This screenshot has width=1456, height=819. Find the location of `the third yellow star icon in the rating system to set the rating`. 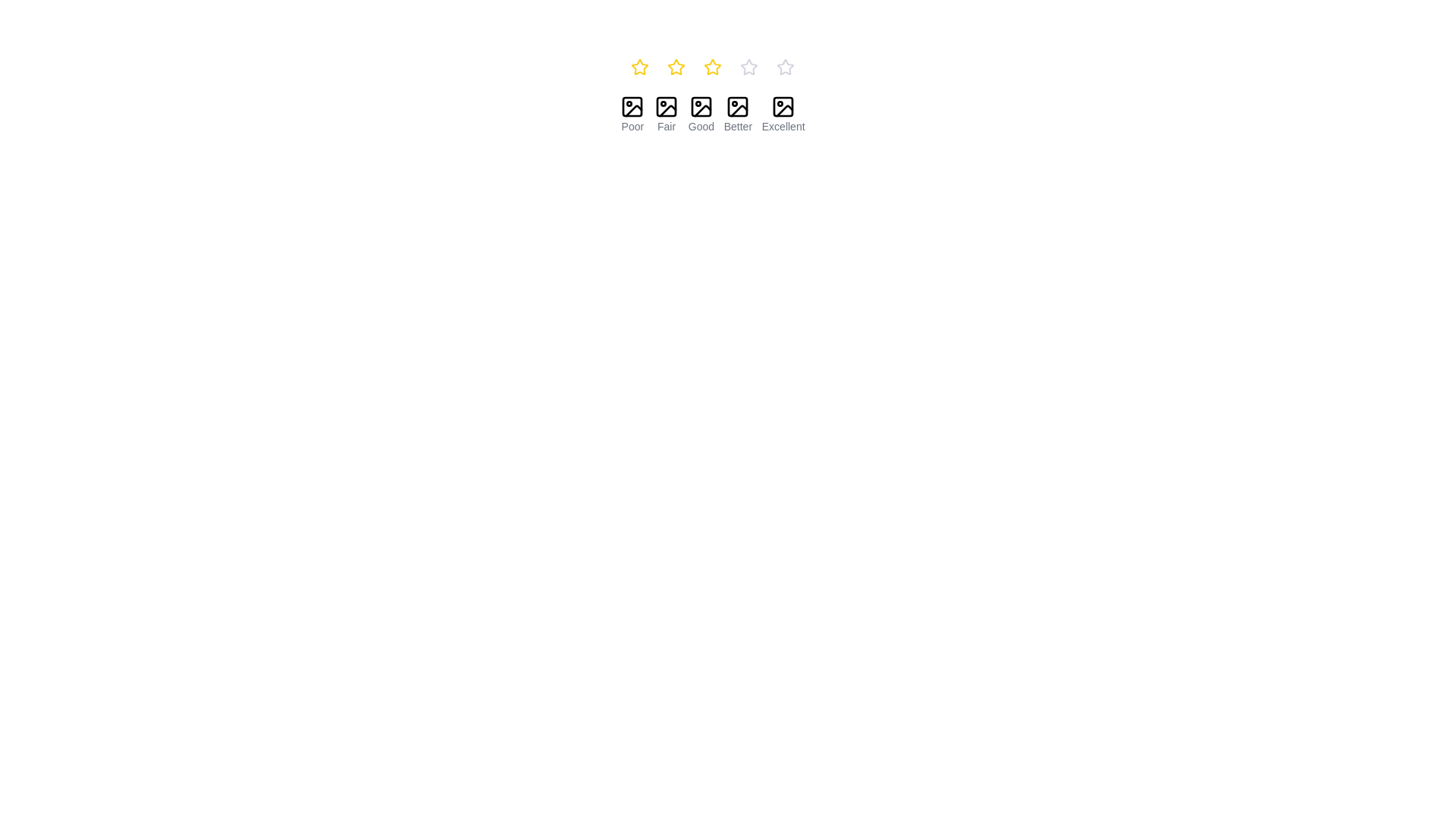

the third yellow star icon in the rating system to set the rating is located at coordinates (712, 66).